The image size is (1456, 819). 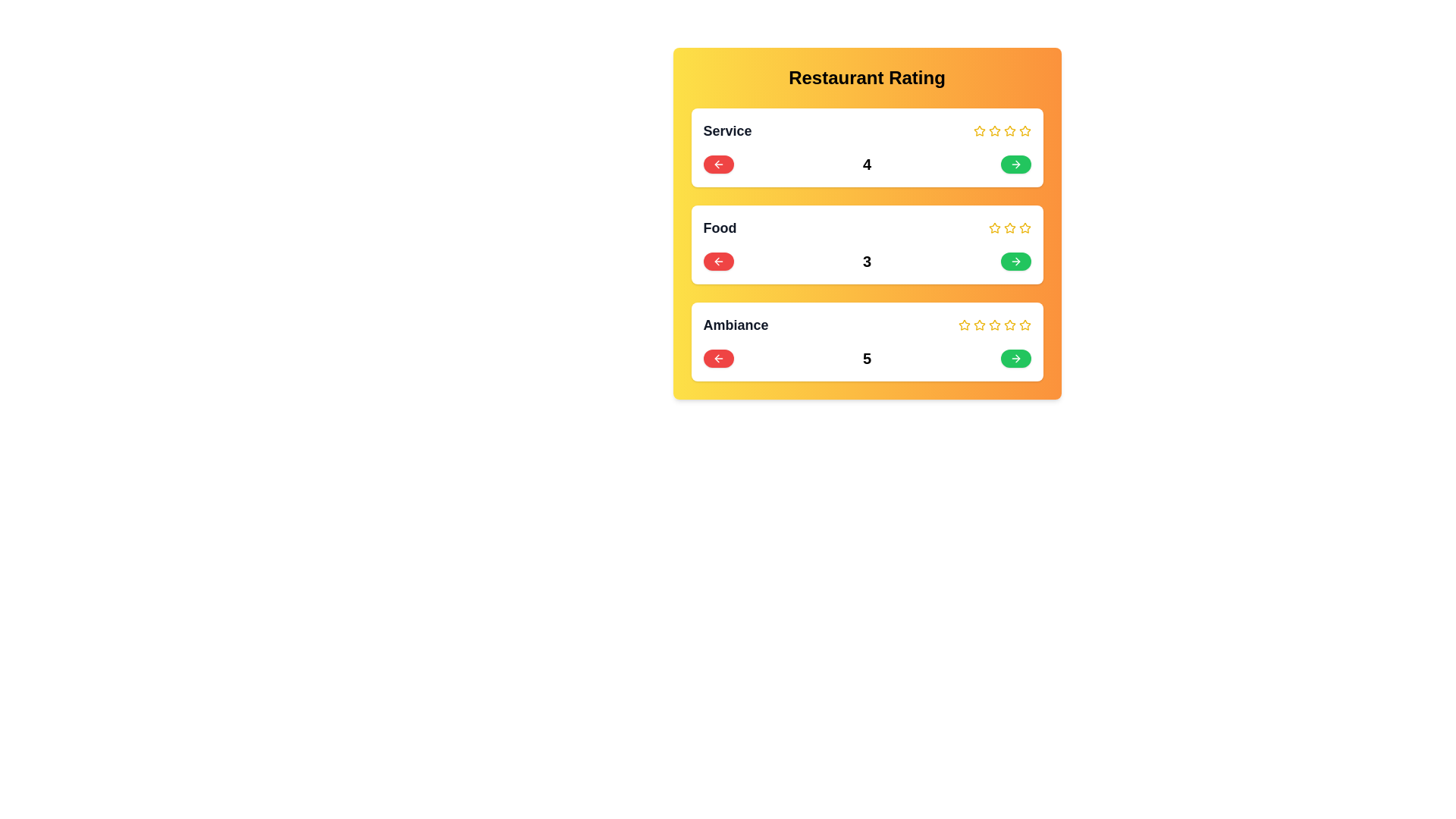 I want to click on the static text element displaying the selected rating value for the 'Service' category, located centrally between the left-pointing red circular button and the right-pointing green circular button, so click(x=867, y=164).